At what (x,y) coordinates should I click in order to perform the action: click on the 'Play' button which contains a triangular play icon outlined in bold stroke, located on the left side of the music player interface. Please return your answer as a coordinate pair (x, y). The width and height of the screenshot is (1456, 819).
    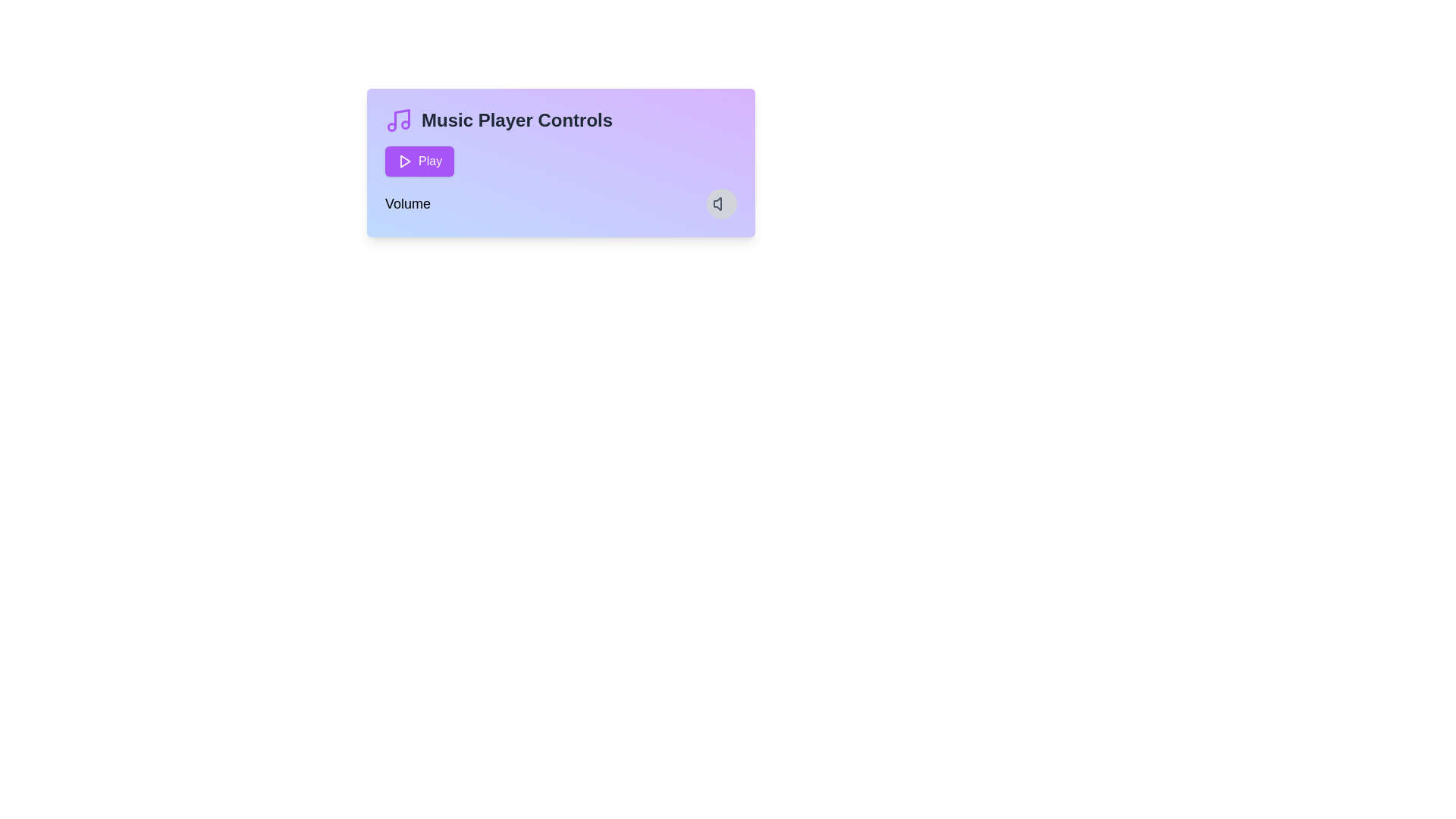
    Looking at the image, I should click on (404, 161).